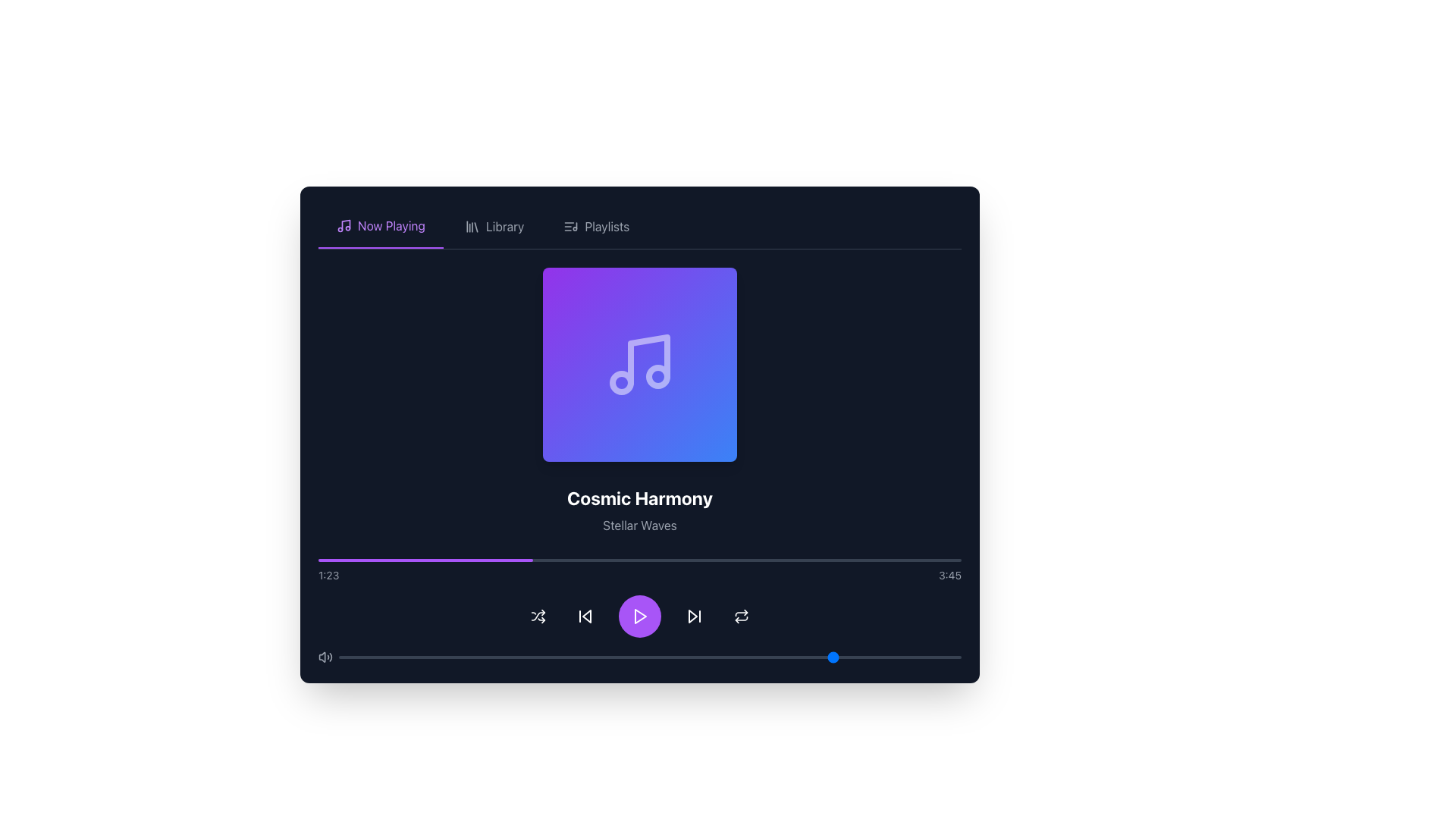 This screenshot has height=819, width=1456. Describe the element at coordinates (622, 382) in the screenshot. I see `the graphical decoration within the music note icon, which is part of the album artwork displayed on a purple-blue gradient square` at that location.